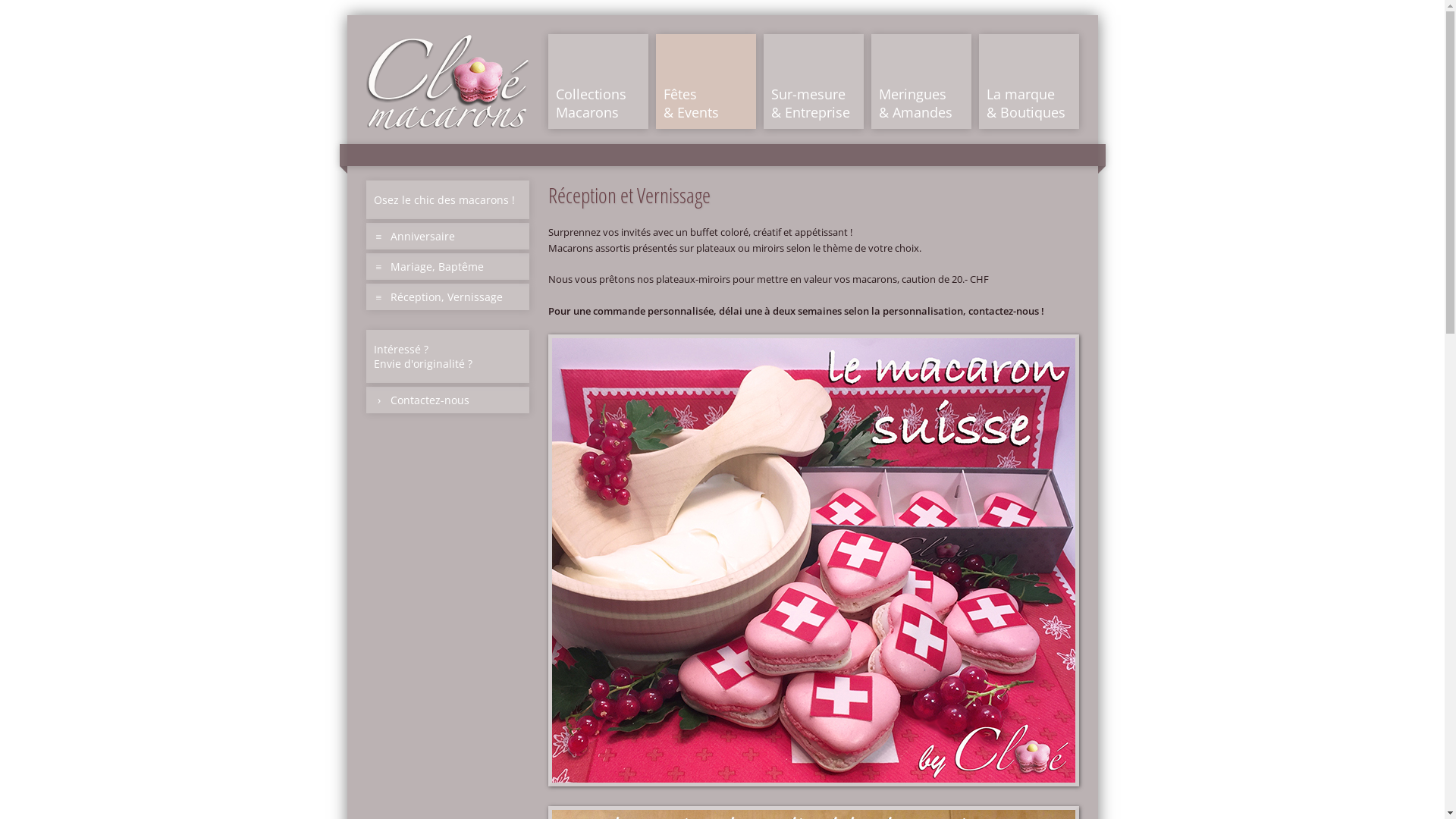  Describe the element at coordinates (1028, 81) in the screenshot. I see `'La marque` at that location.